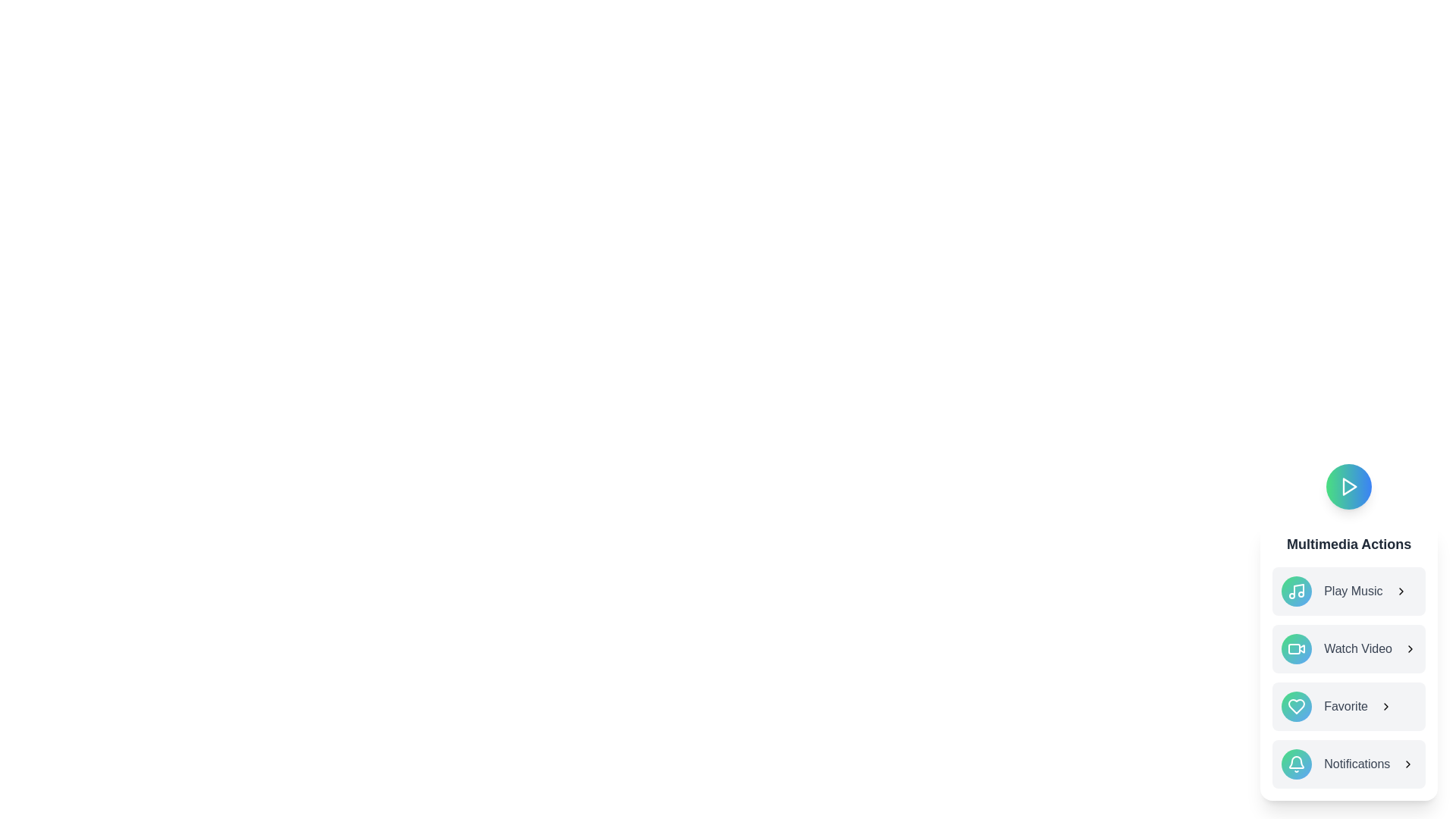  I want to click on the icon of the menu item labeled Notifications, so click(1296, 764).